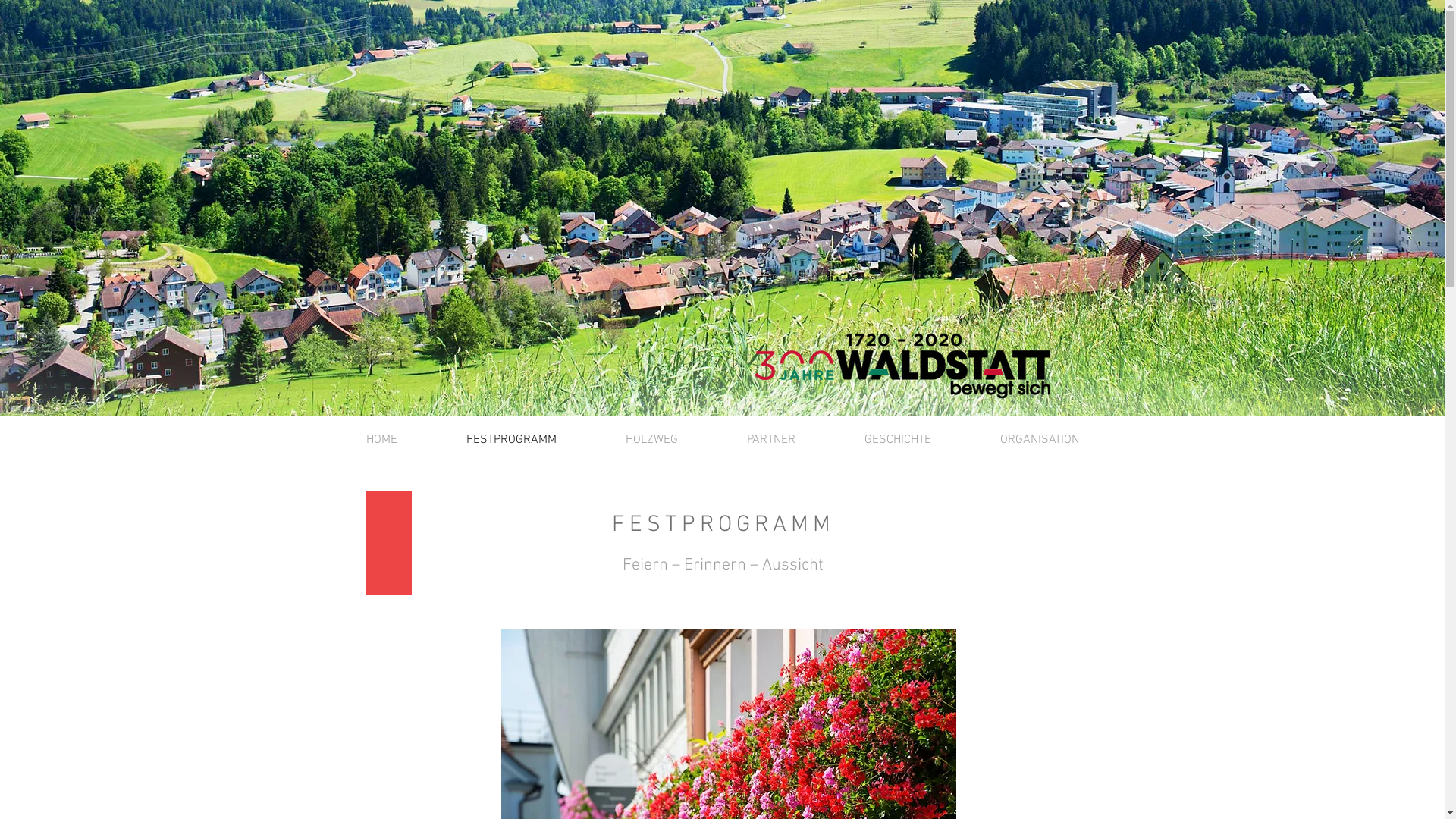  Describe the element at coordinates (381, 439) in the screenshot. I see `'HOME'` at that location.